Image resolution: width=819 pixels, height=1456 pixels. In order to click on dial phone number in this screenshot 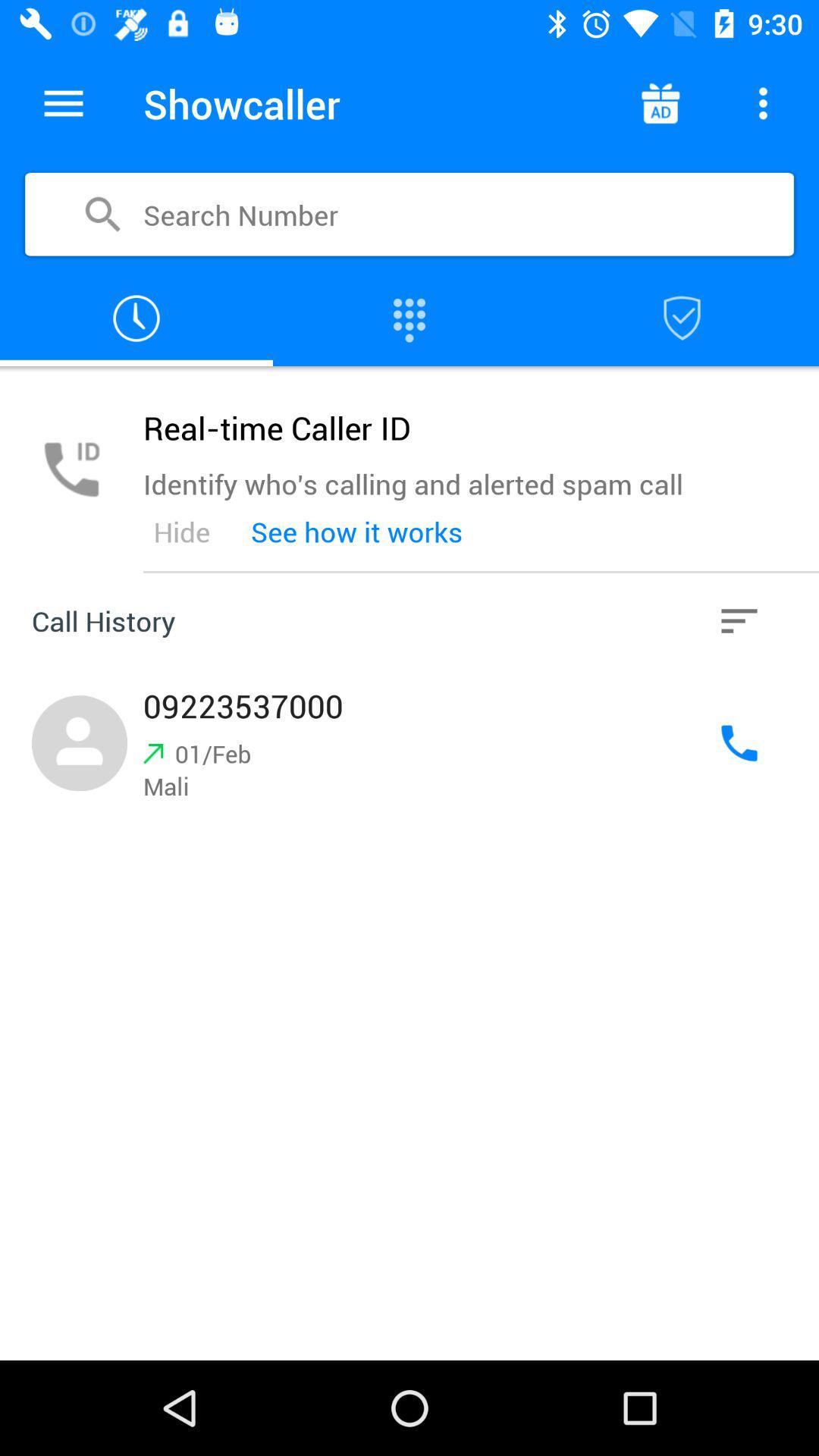, I will do `click(409, 743)`.